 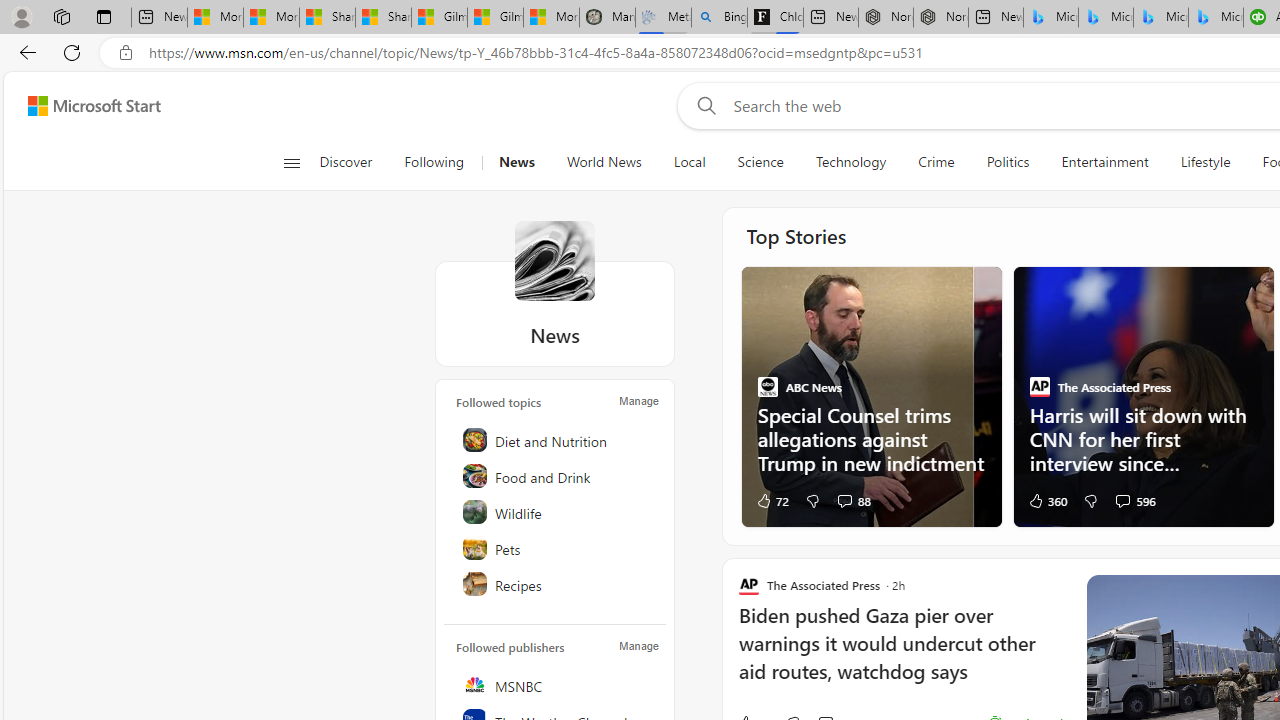 What do you see at coordinates (850, 162) in the screenshot?
I see `'Technology'` at bounding box center [850, 162].